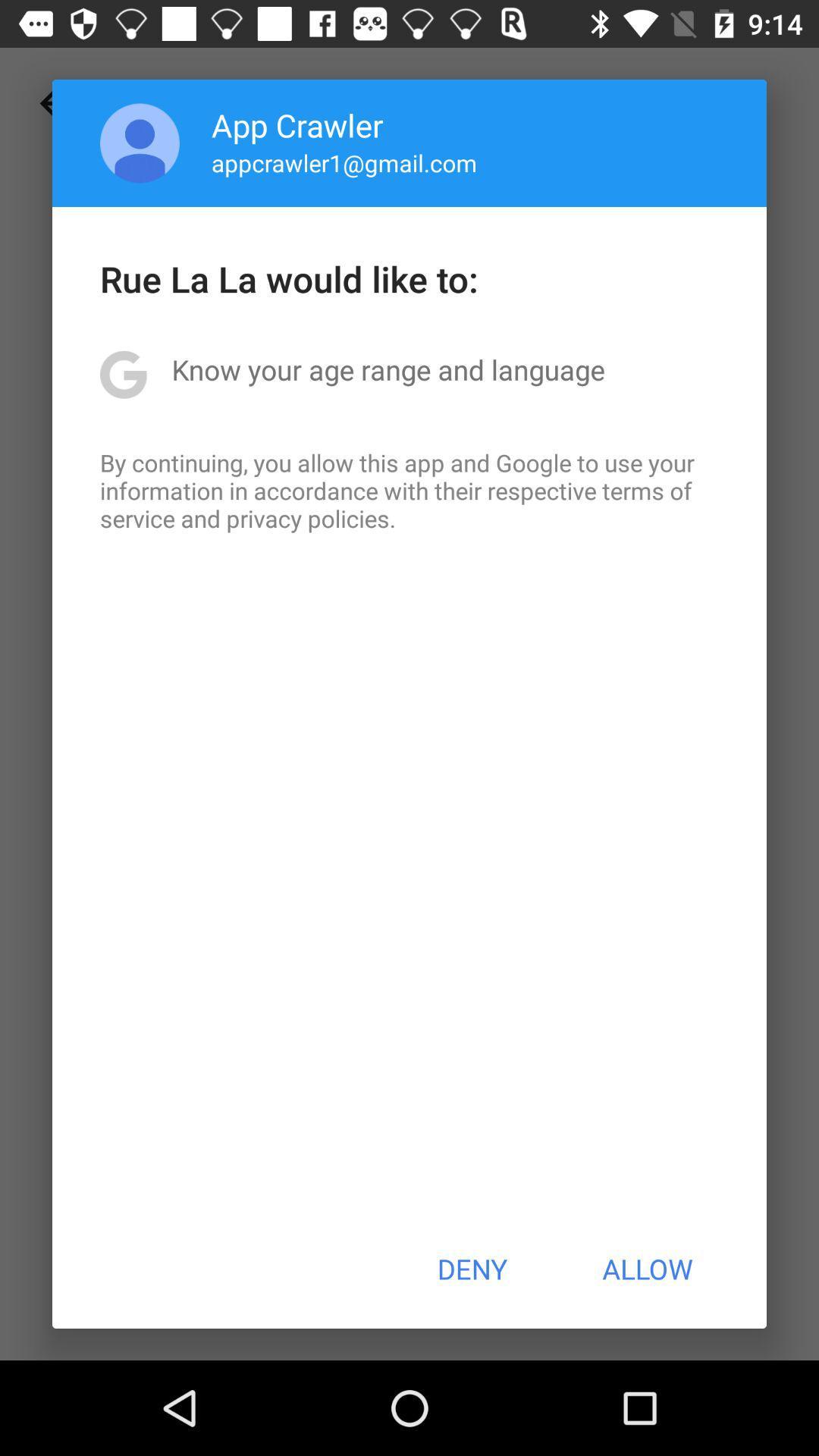 The image size is (819, 1456). Describe the element at coordinates (344, 162) in the screenshot. I see `appcrawler1@gmail.com app` at that location.